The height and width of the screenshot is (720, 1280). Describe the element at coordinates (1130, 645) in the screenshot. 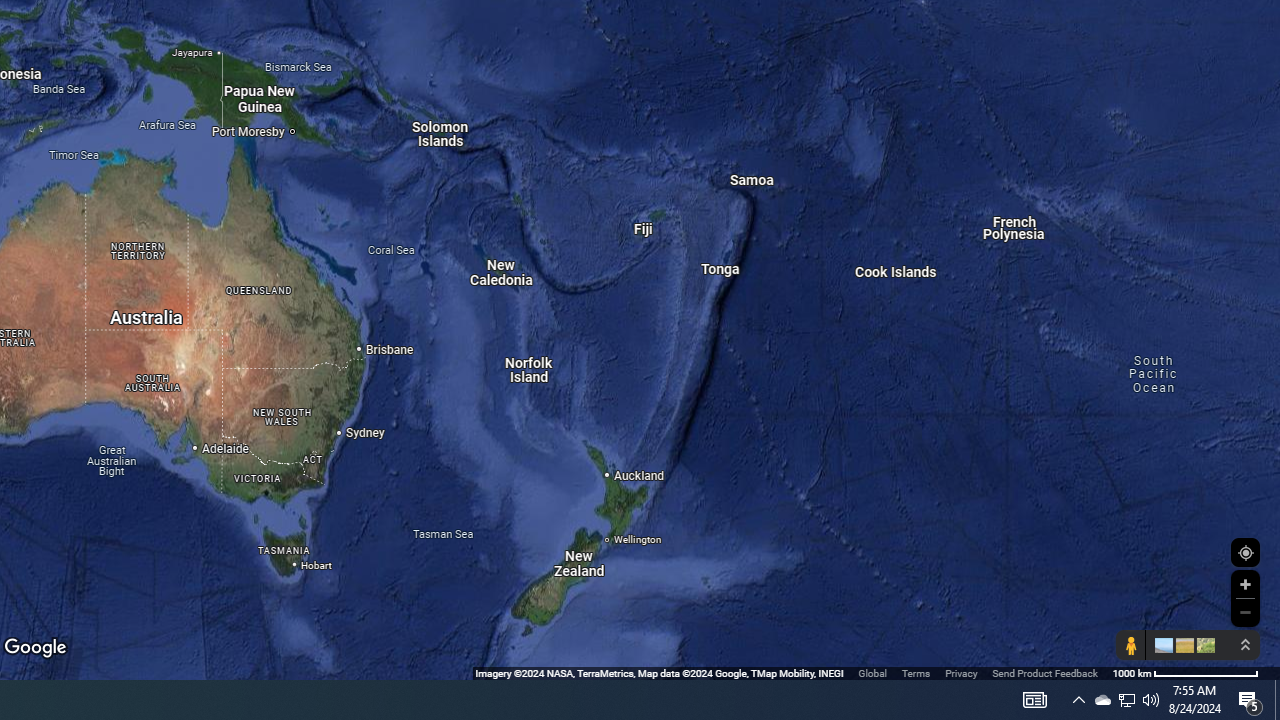

I see `'Show Street View coverage'` at that location.